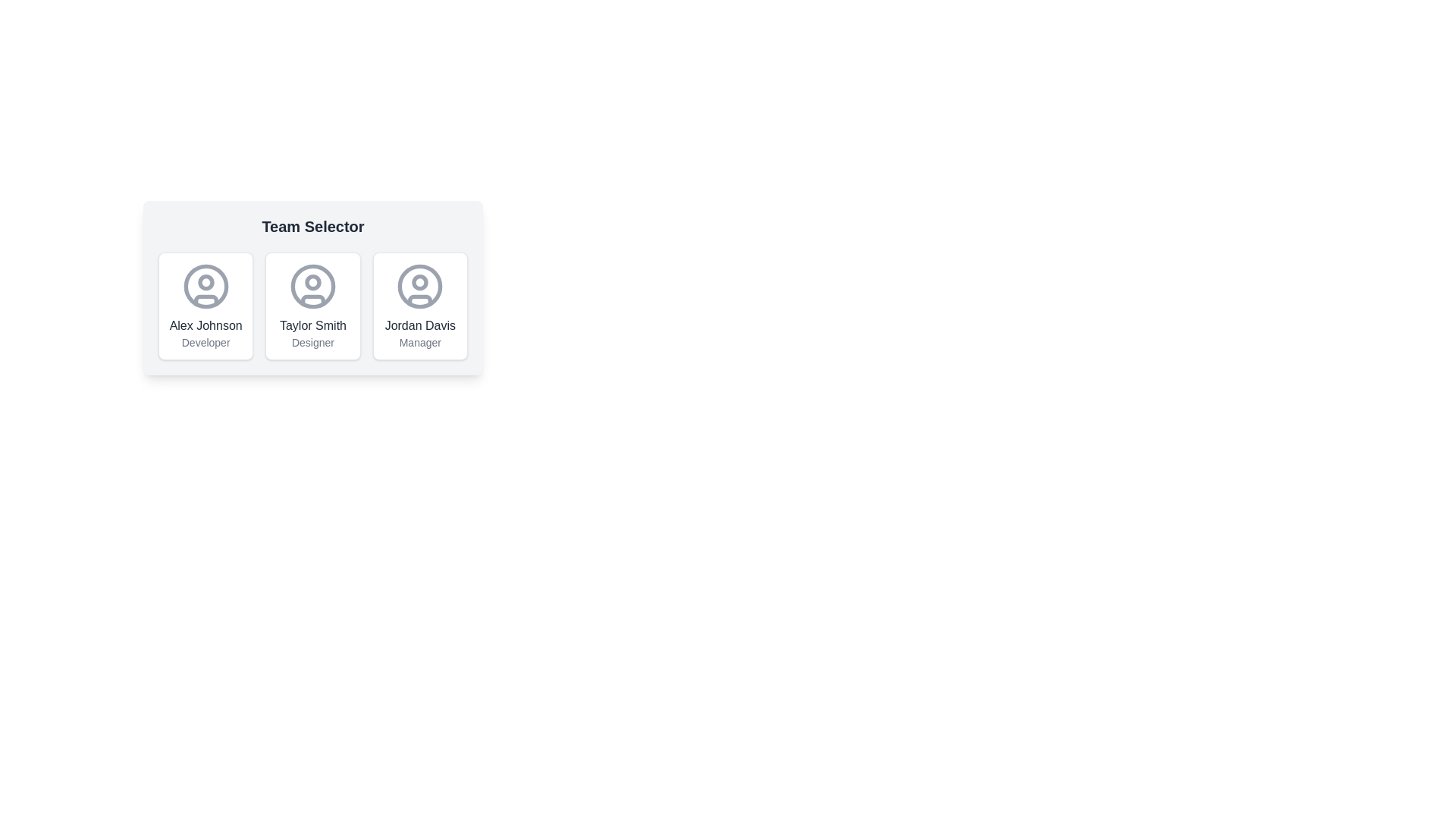 The image size is (1456, 819). What do you see at coordinates (205, 300) in the screenshot?
I see `the lower edge of the user icon for 'Alex Johnson' within the circular avatar graphic located in the first column of the 'Team Selector'` at bounding box center [205, 300].